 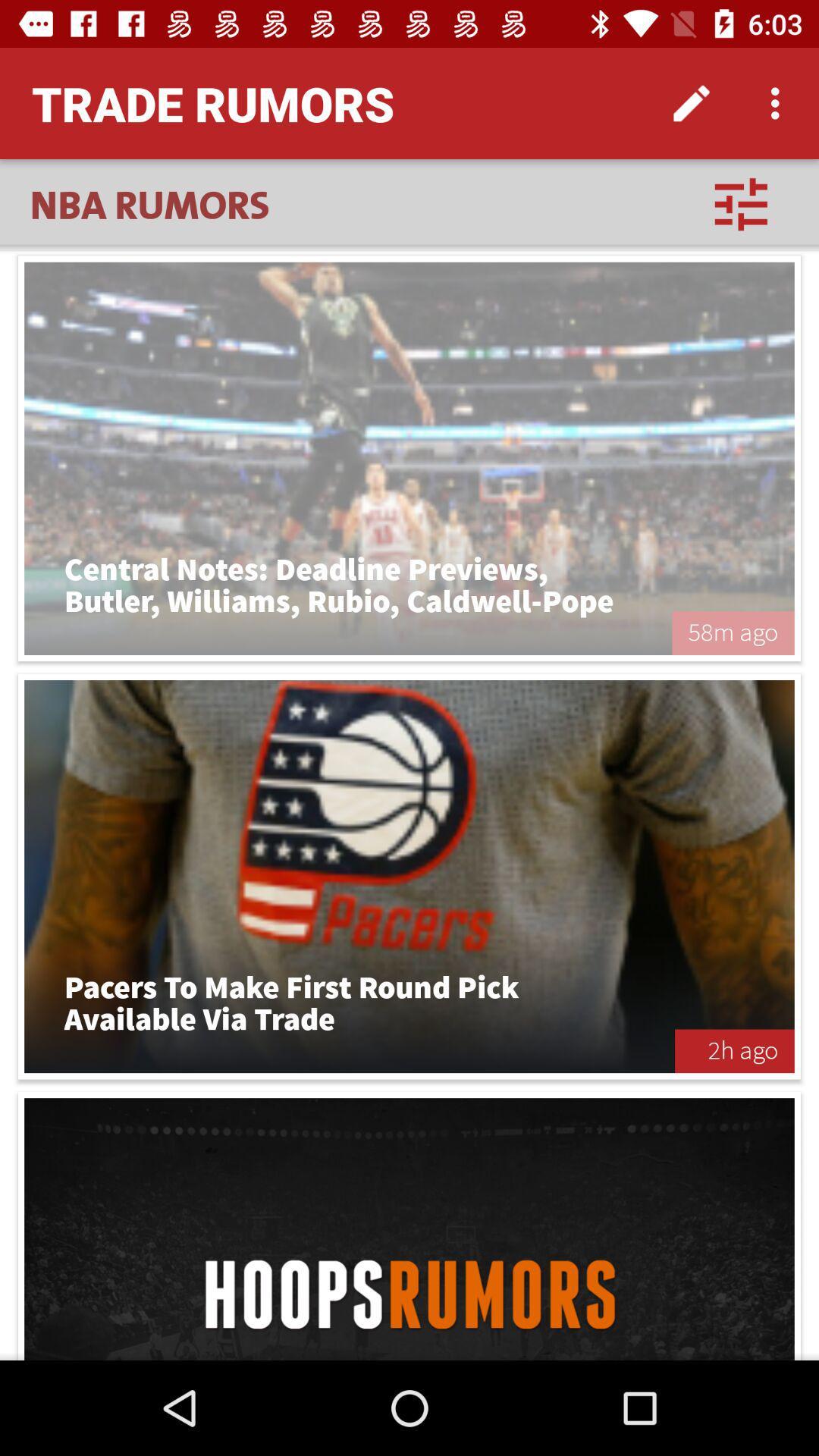 I want to click on the sliders icon, so click(x=740, y=203).